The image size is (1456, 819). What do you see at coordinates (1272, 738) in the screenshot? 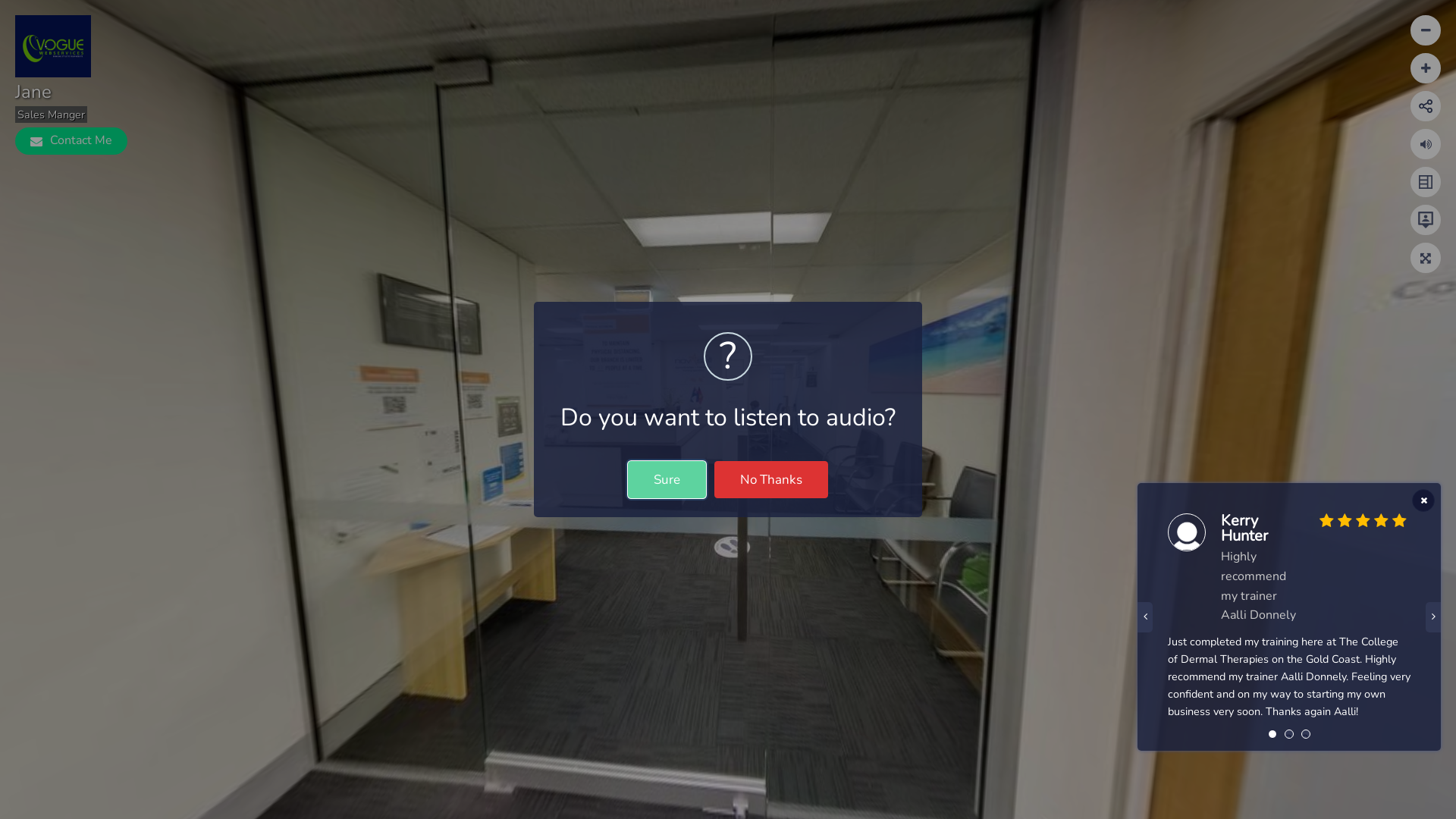
I see `'1'` at bounding box center [1272, 738].